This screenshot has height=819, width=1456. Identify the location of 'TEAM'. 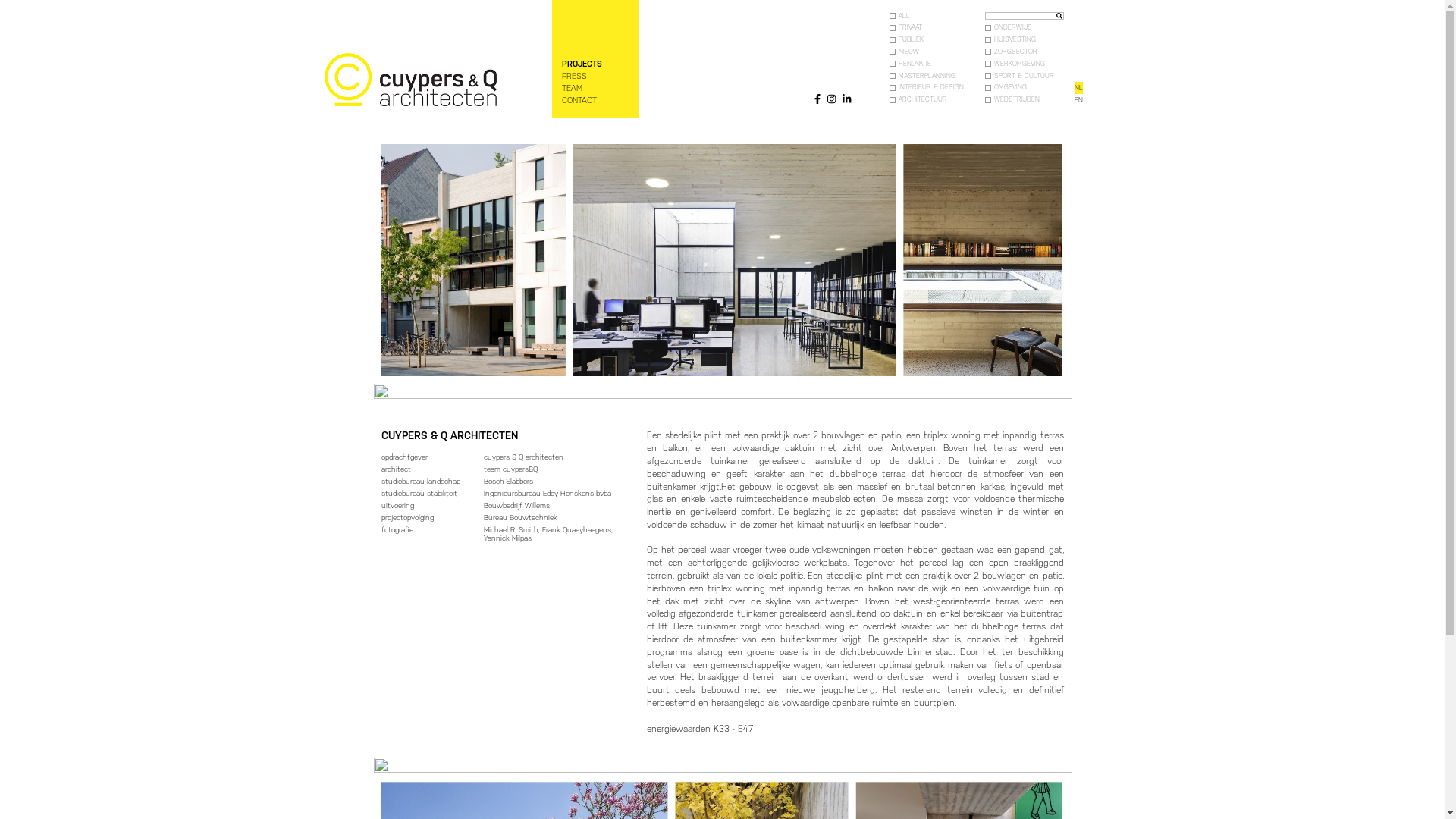
(570, 88).